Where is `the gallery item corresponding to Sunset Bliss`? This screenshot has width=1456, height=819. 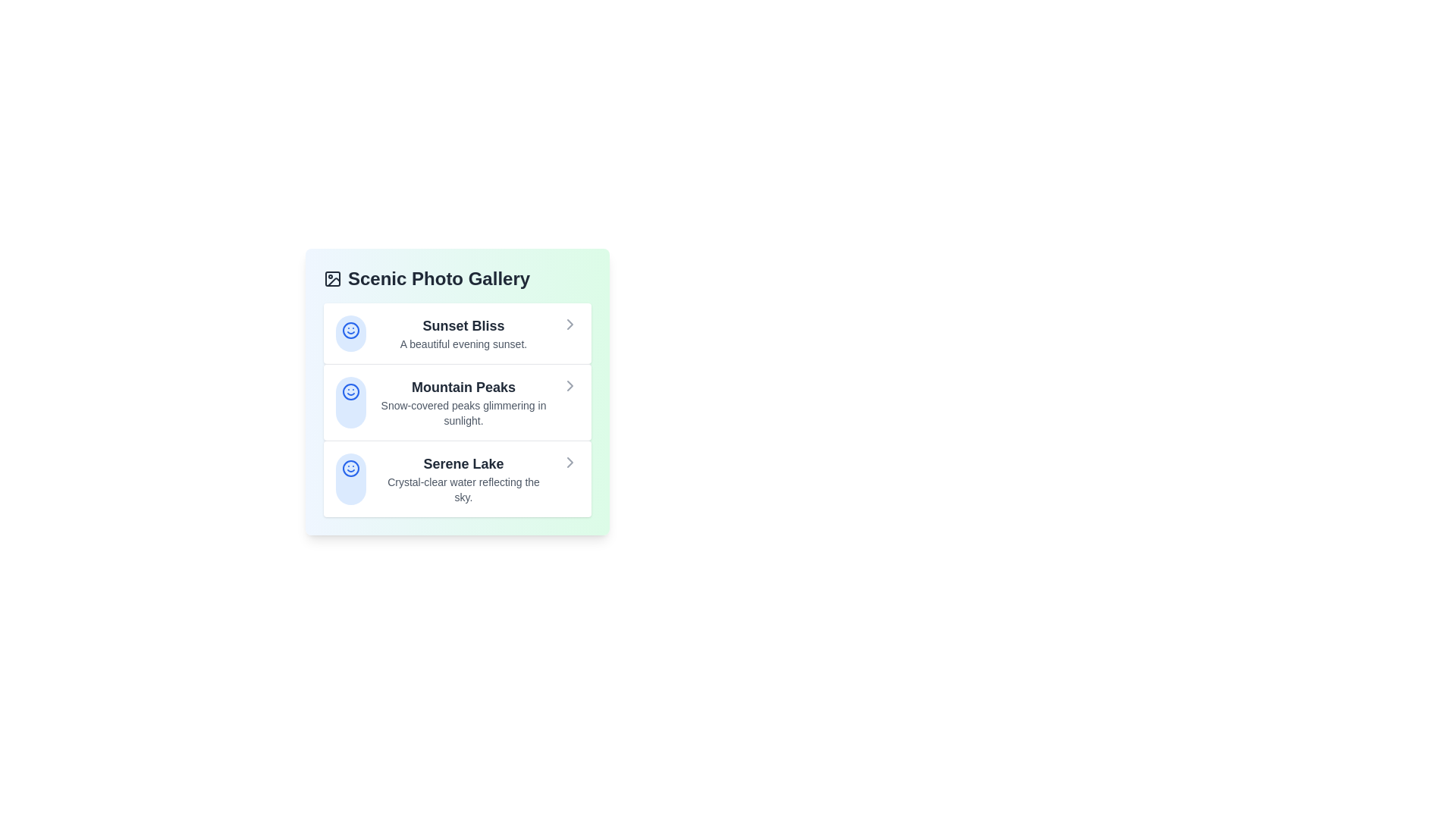
the gallery item corresponding to Sunset Bliss is located at coordinates (457, 332).